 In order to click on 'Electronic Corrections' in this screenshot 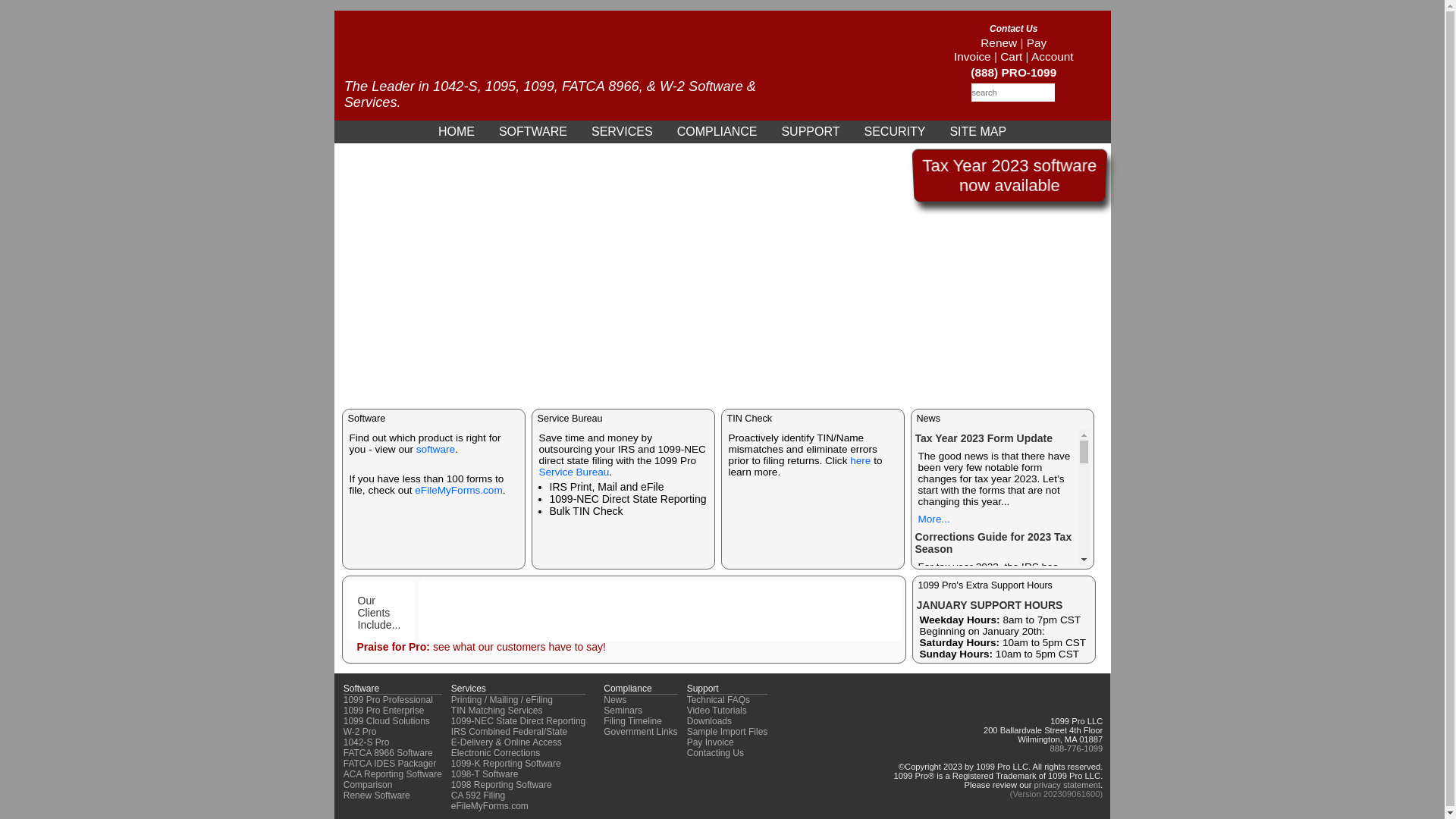, I will do `click(495, 752)`.